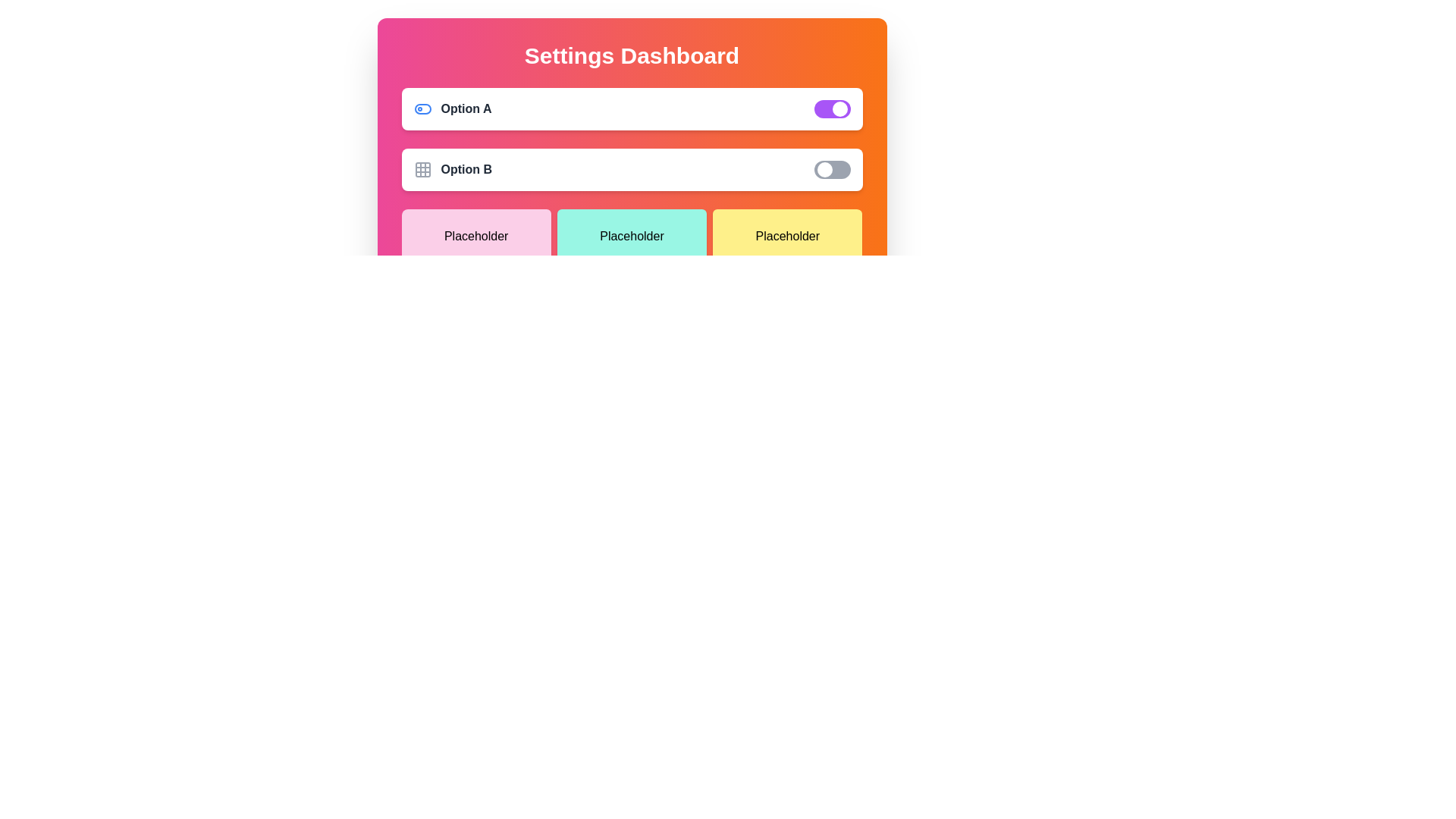  Describe the element at coordinates (422, 169) in the screenshot. I see `the rounded rectangle in the top-left corner of the grid-like icon structure, which is part of a larger icon and has a dimension of 18x18 units` at that location.